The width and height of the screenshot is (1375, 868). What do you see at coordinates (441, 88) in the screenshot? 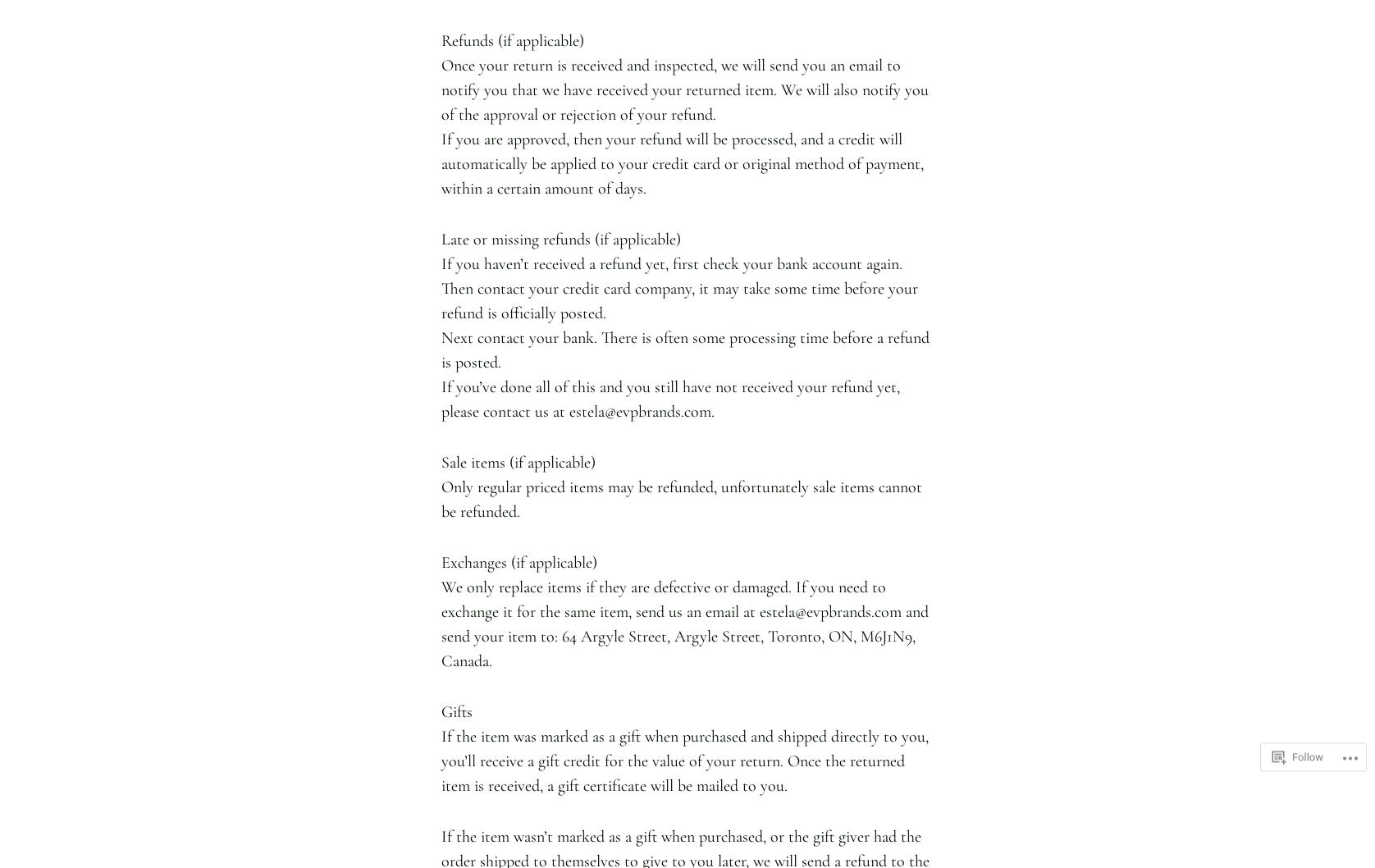
I see `'Once your return is received and inspected, we will send you an email to notify you that we have received your returned item. We will also notify you of the approval or rejection of your refund.'` at bounding box center [441, 88].